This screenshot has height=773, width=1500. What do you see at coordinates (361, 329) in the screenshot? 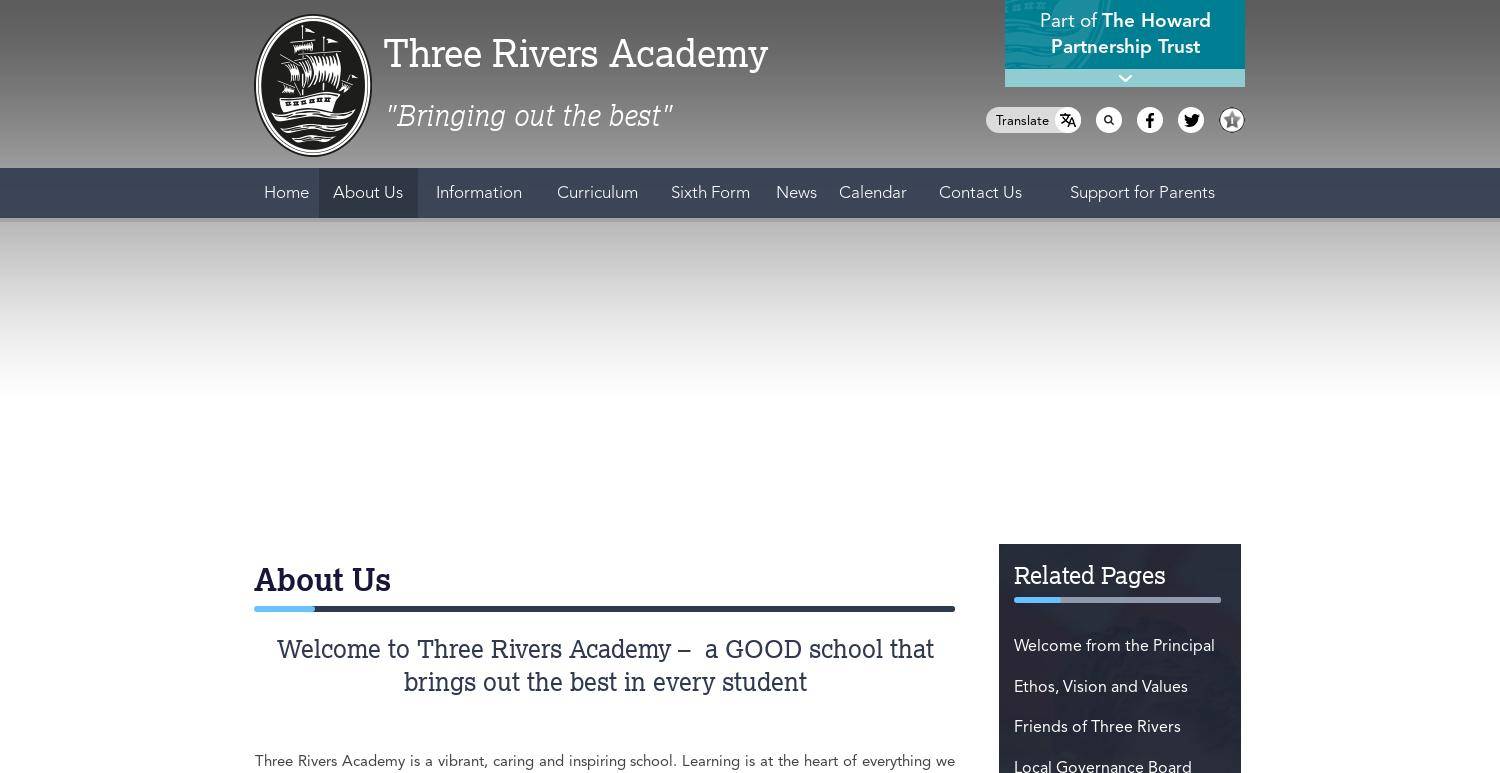
I see `'Tweets by 3RiversSurrey'` at bounding box center [361, 329].